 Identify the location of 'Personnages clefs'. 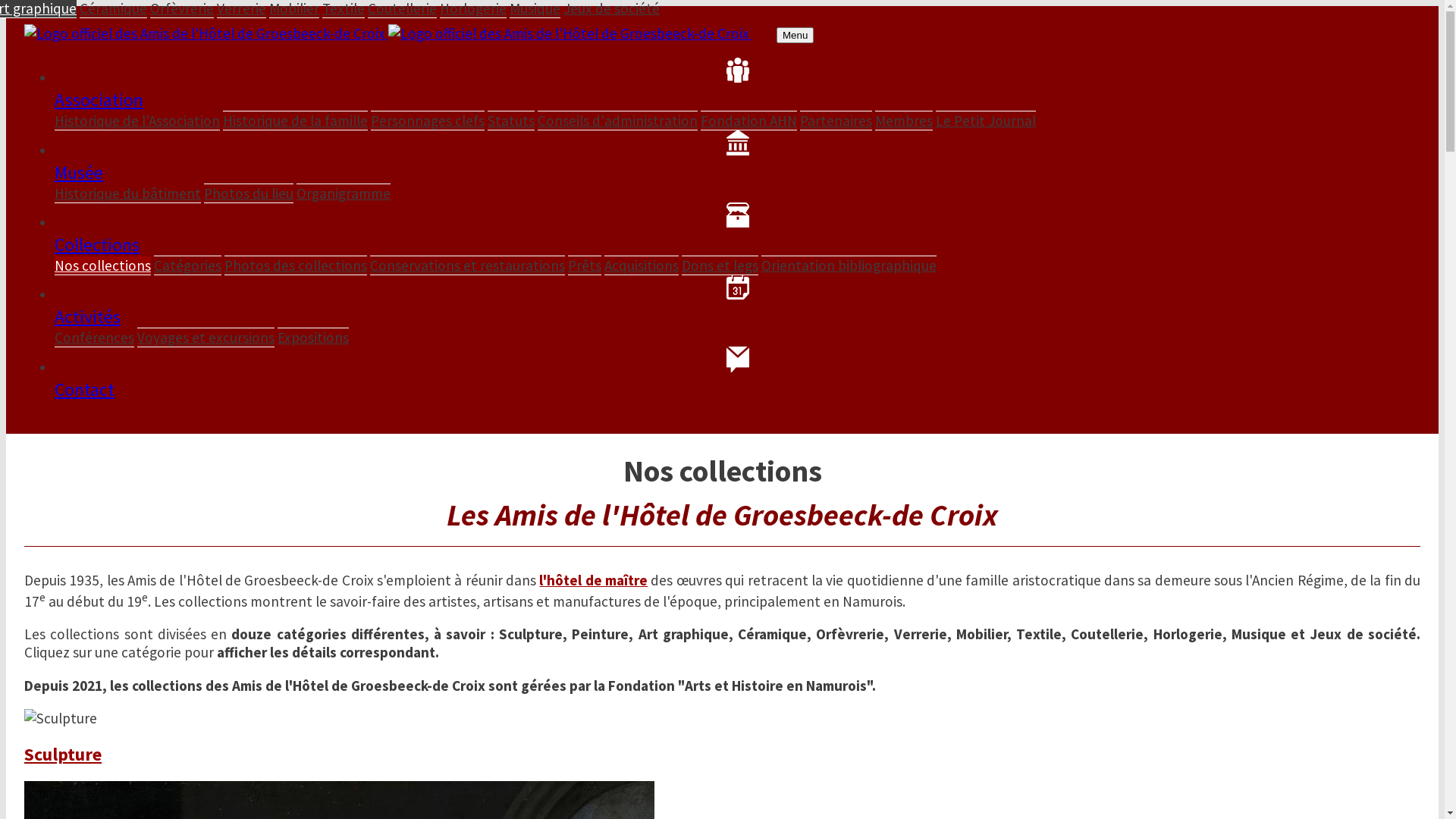
(371, 119).